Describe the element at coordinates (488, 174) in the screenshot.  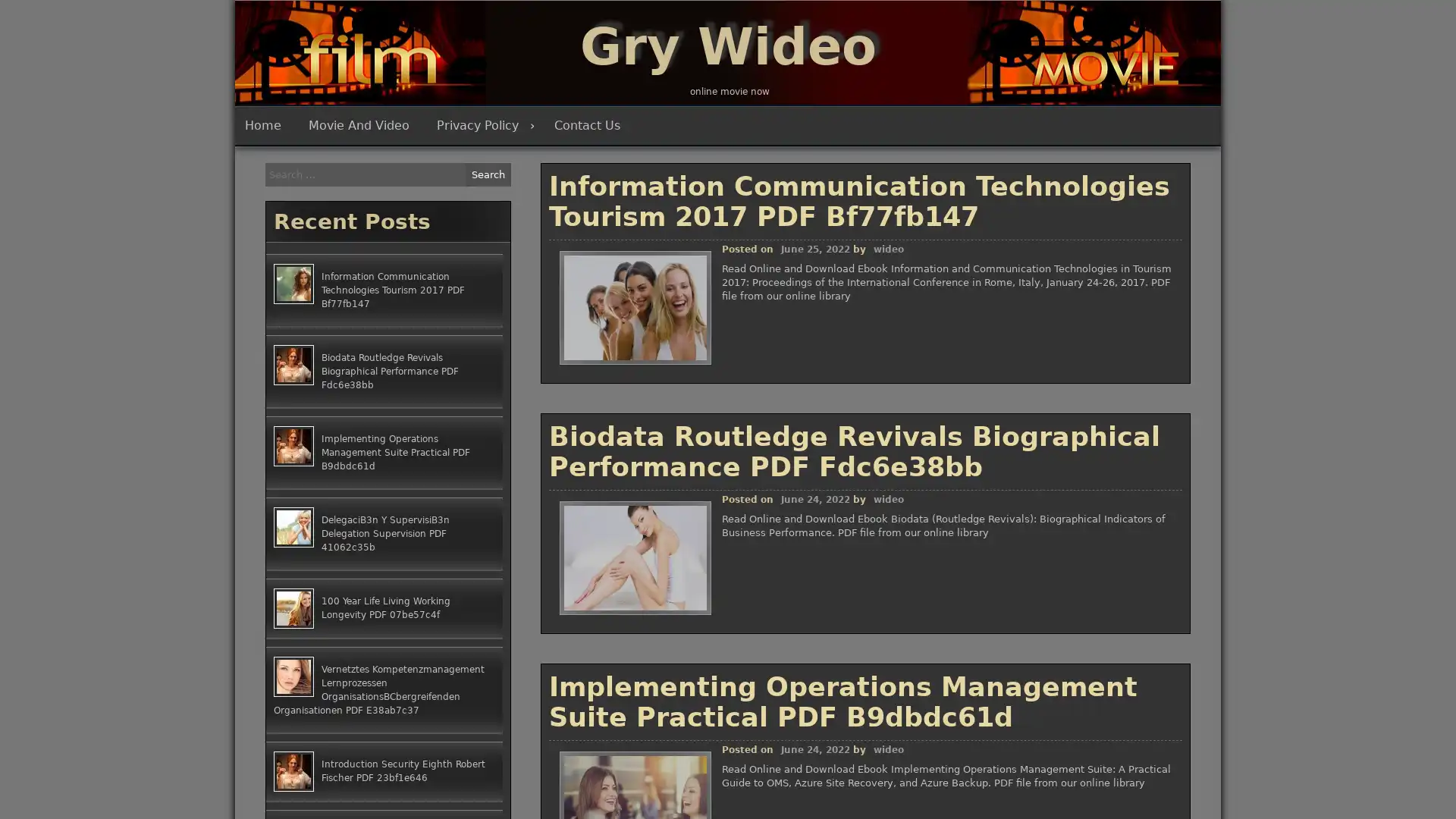
I see `Search` at that location.